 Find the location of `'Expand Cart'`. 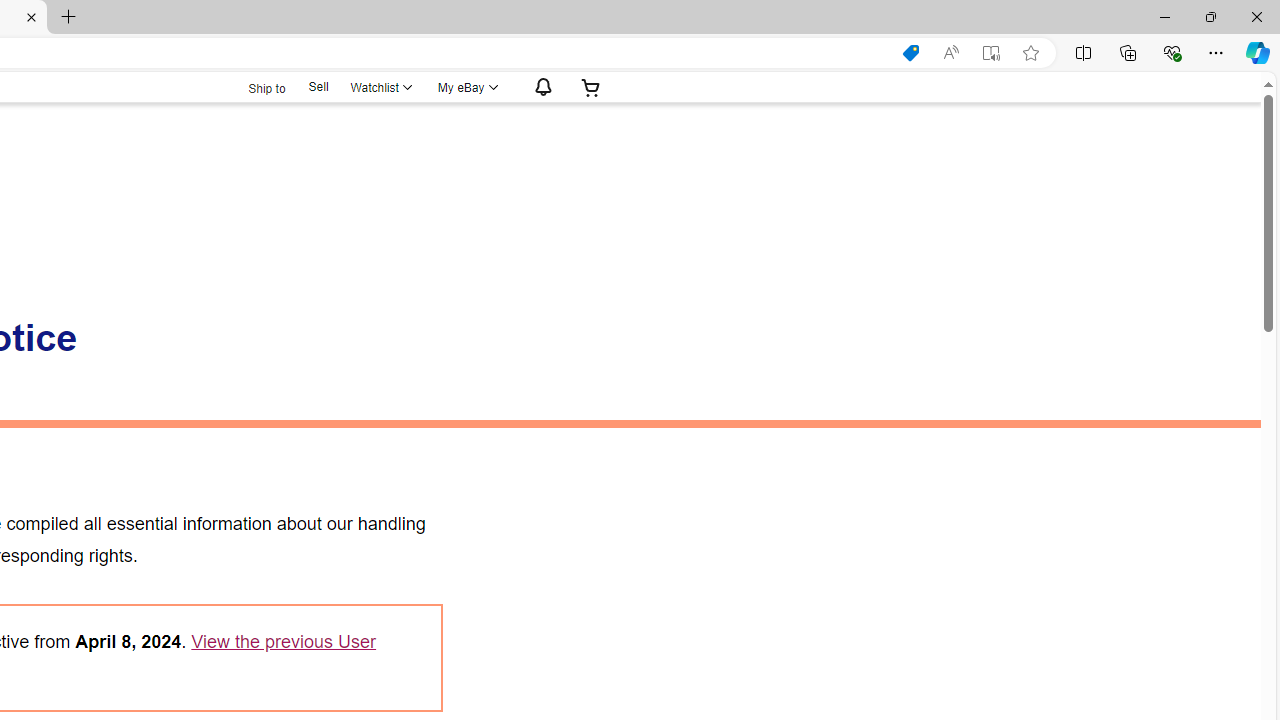

'Expand Cart' is located at coordinates (590, 86).